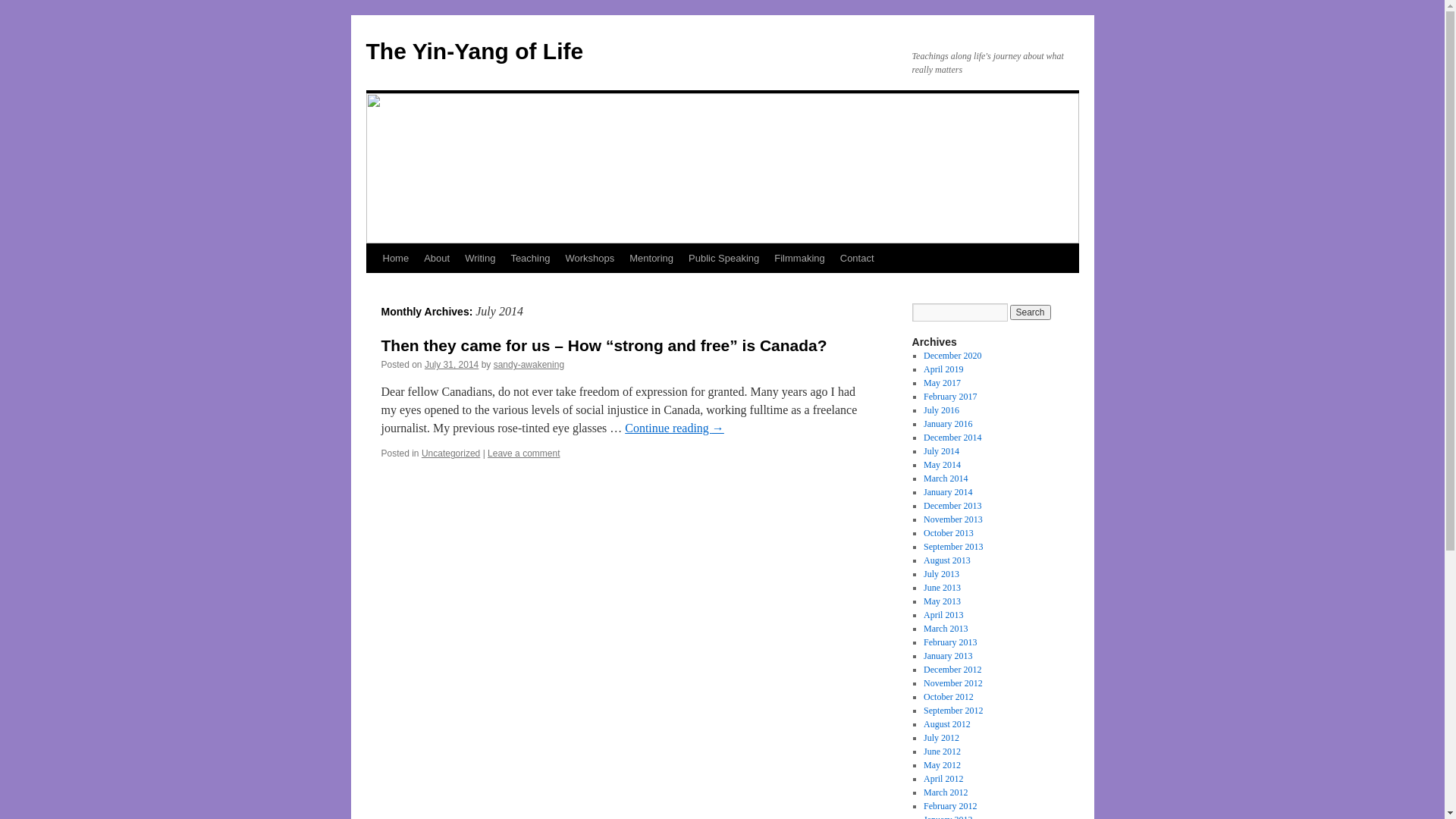  I want to click on 'Public Speaking', so click(723, 257).